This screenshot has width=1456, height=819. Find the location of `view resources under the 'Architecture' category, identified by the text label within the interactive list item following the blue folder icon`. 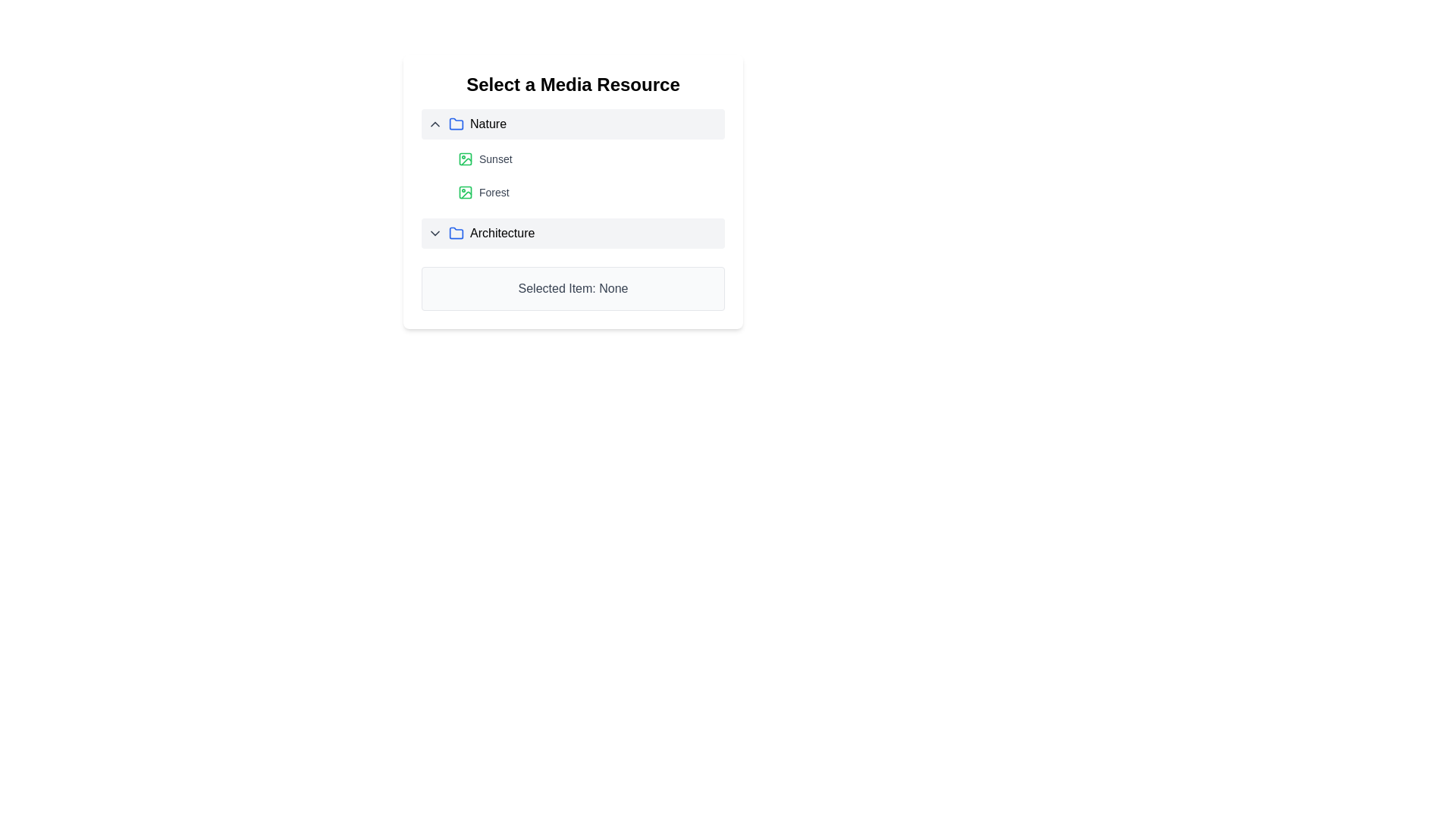

view resources under the 'Architecture' category, identified by the text label within the interactive list item following the blue folder icon is located at coordinates (502, 234).